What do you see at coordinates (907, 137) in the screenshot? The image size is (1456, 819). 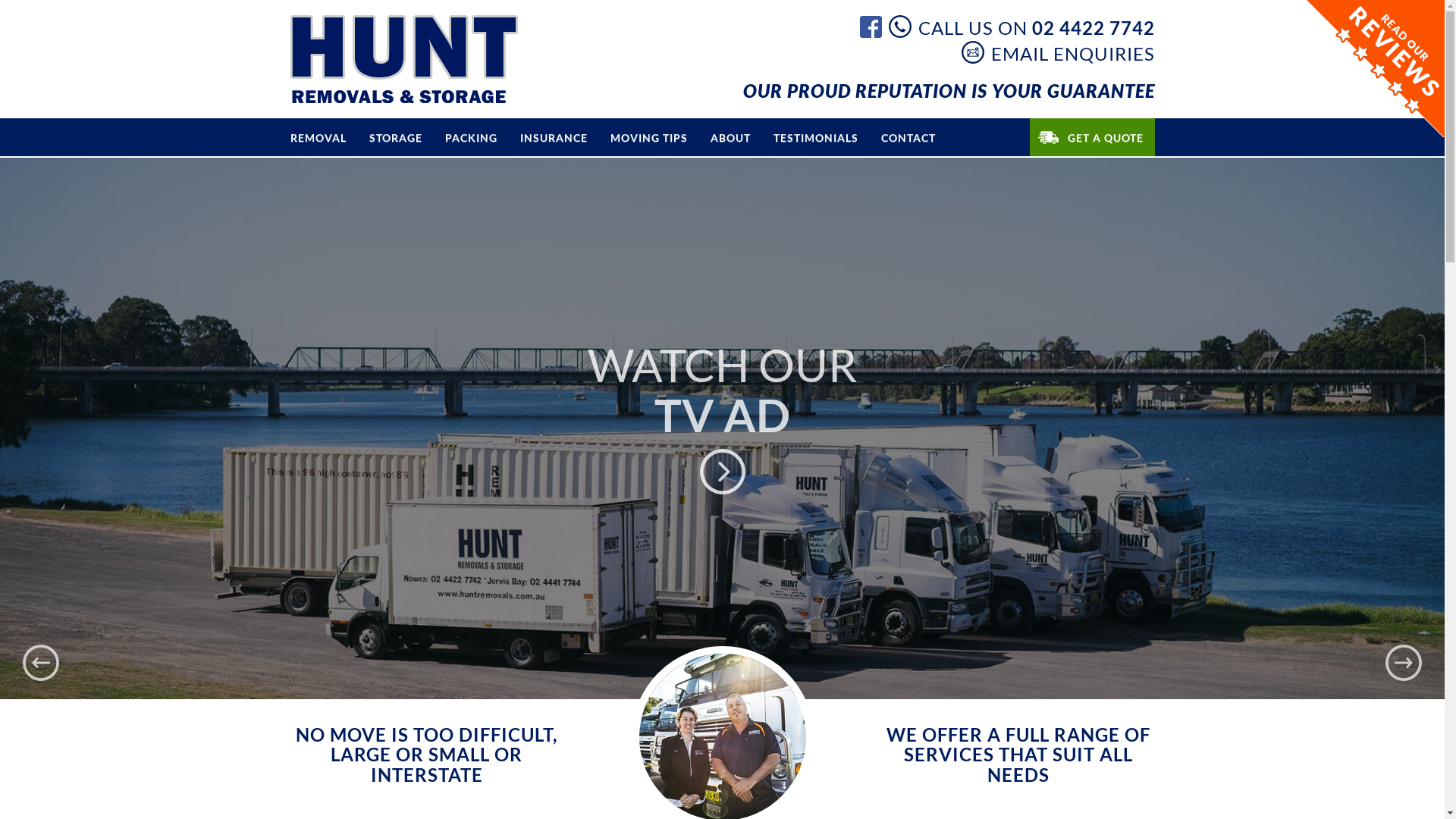 I see `'CONTACT'` at bounding box center [907, 137].